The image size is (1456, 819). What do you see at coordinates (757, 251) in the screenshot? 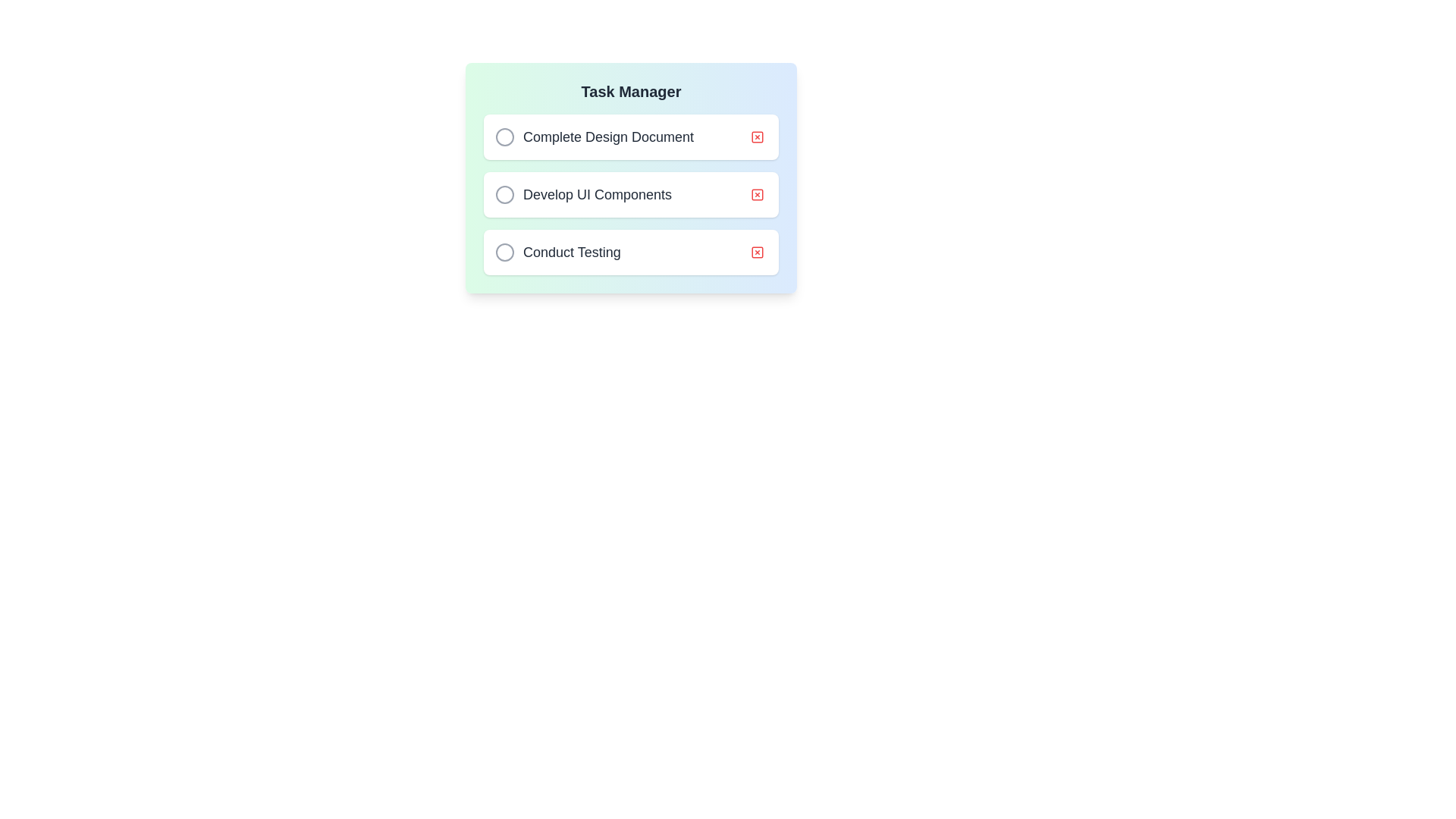
I see `the deletion button located at the far right of the task labeled 'Conduct Testing'` at bounding box center [757, 251].